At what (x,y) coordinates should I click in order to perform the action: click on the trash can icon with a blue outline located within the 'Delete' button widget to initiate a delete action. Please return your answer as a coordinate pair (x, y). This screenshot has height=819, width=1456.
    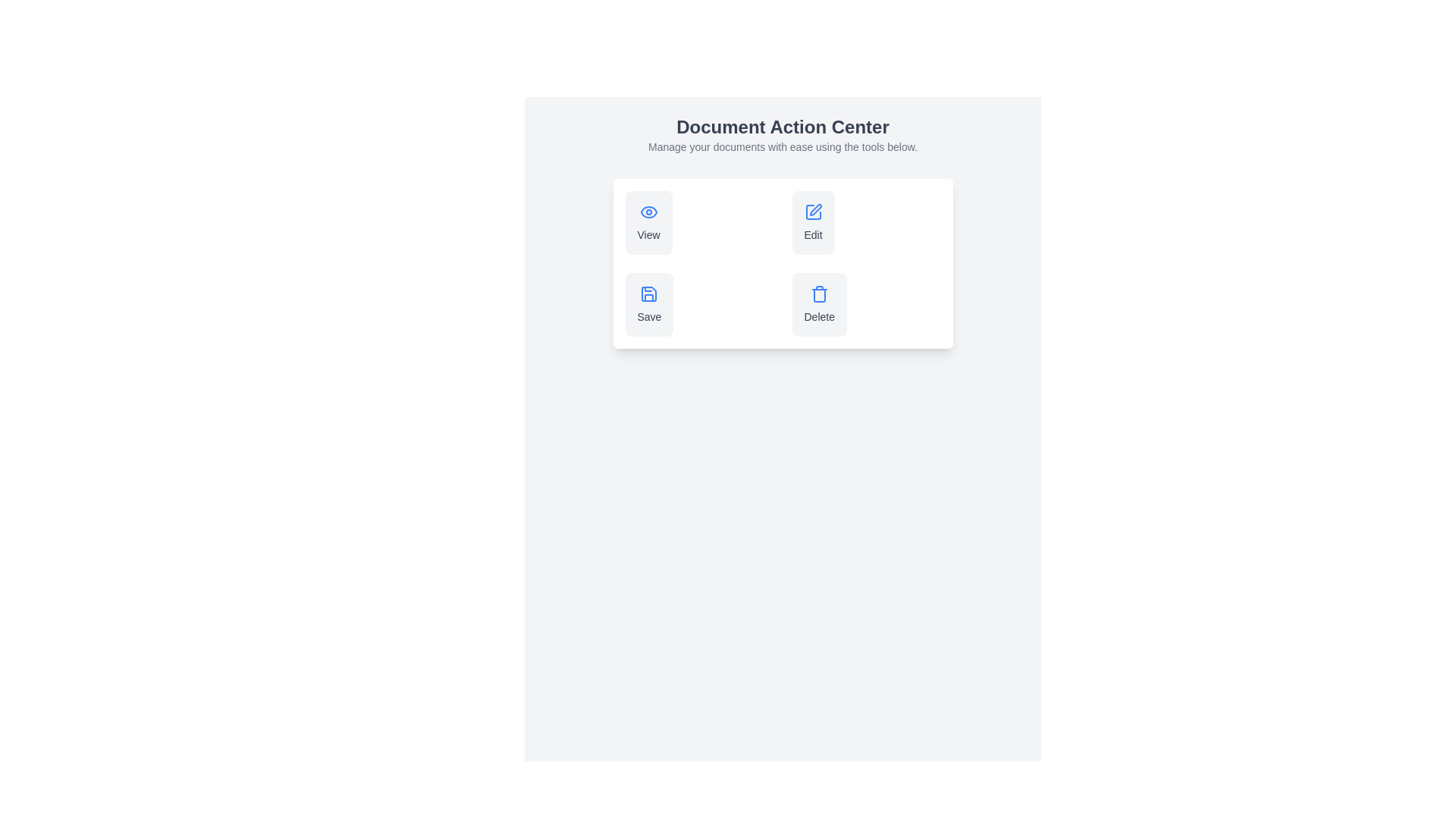
    Looking at the image, I should click on (818, 294).